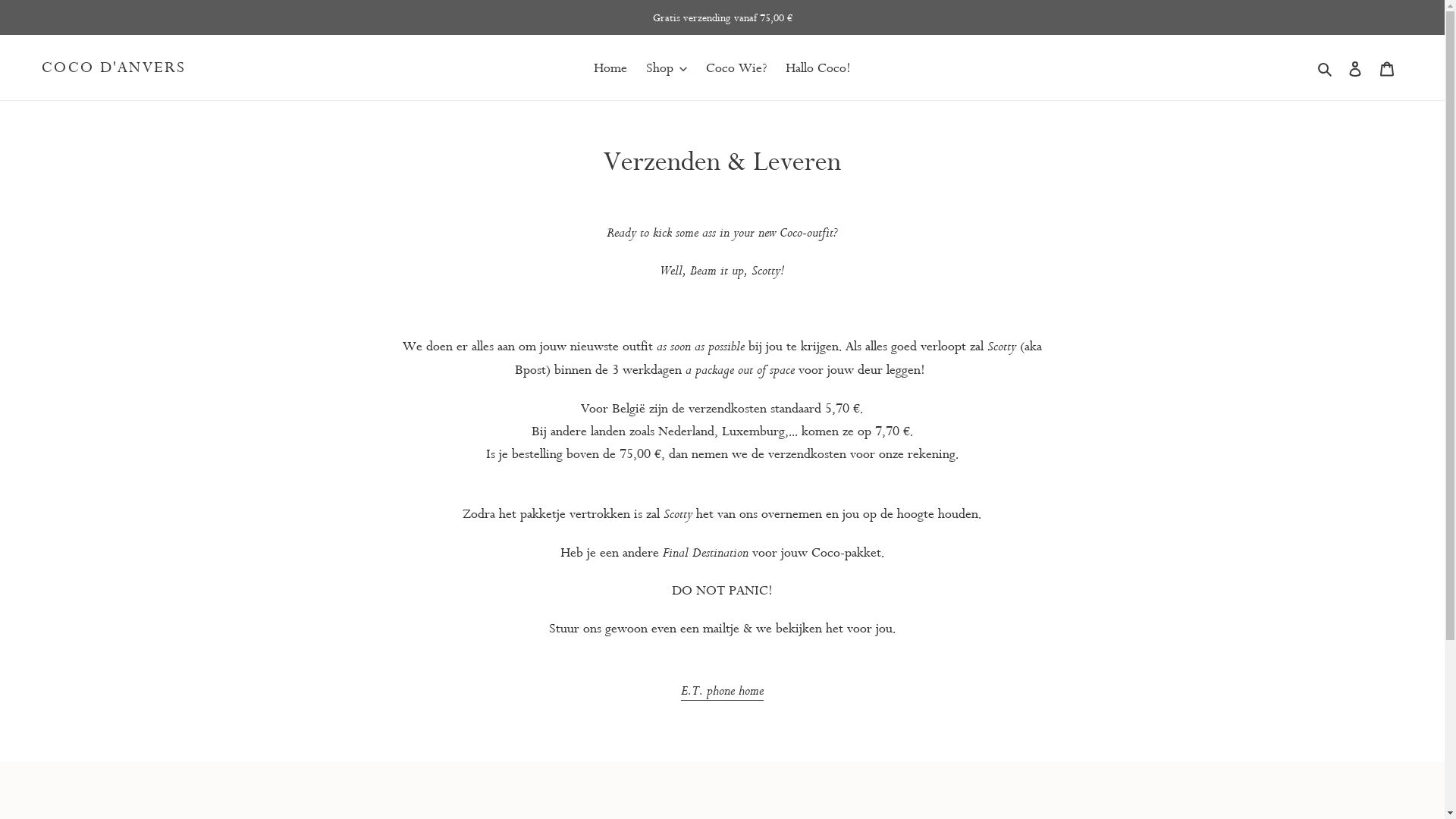 This screenshot has width=1456, height=819. I want to click on 'Hallo Coco!', so click(817, 66).